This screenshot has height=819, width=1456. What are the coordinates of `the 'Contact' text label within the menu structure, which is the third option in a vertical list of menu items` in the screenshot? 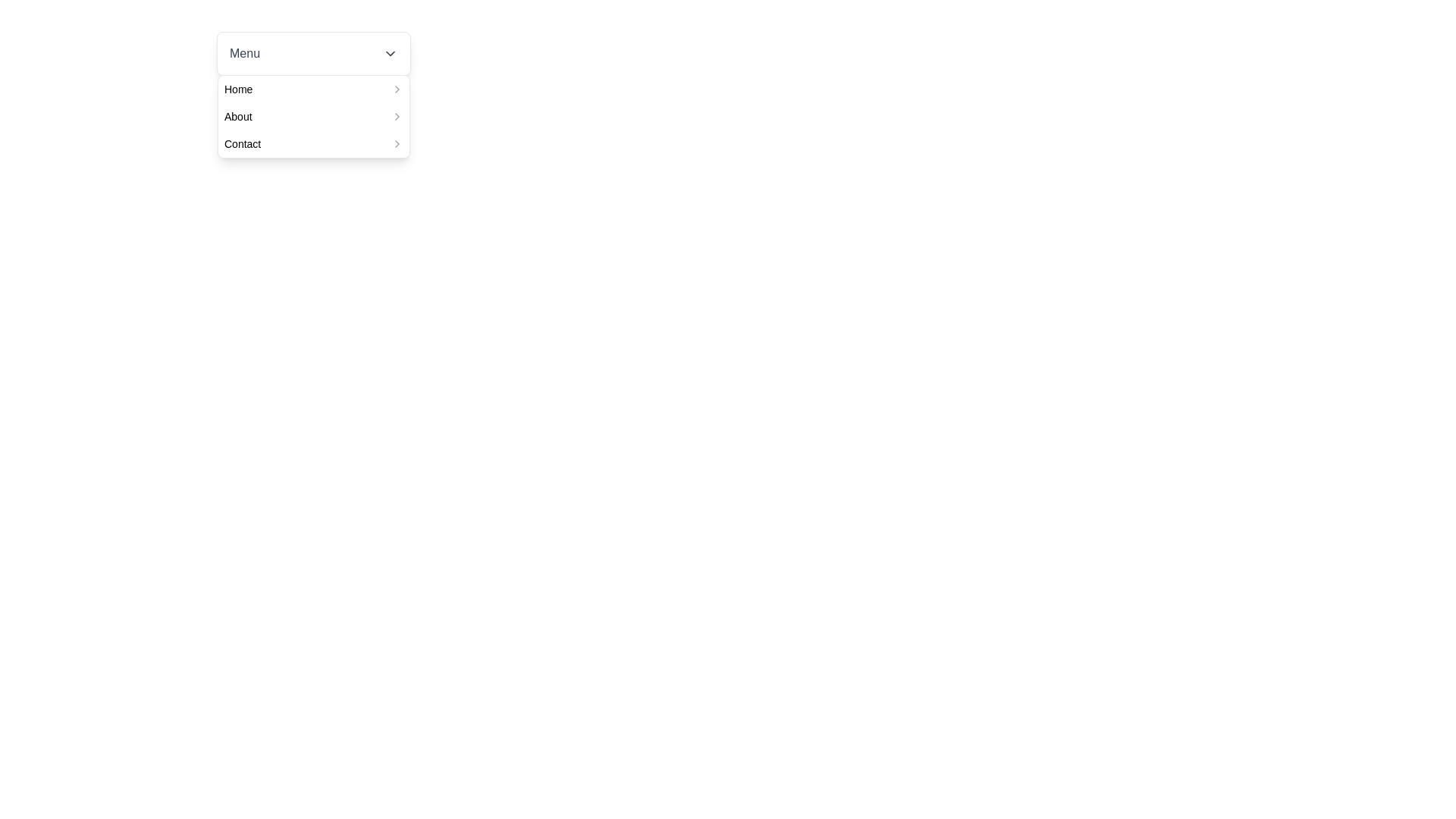 It's located at (243, 143).